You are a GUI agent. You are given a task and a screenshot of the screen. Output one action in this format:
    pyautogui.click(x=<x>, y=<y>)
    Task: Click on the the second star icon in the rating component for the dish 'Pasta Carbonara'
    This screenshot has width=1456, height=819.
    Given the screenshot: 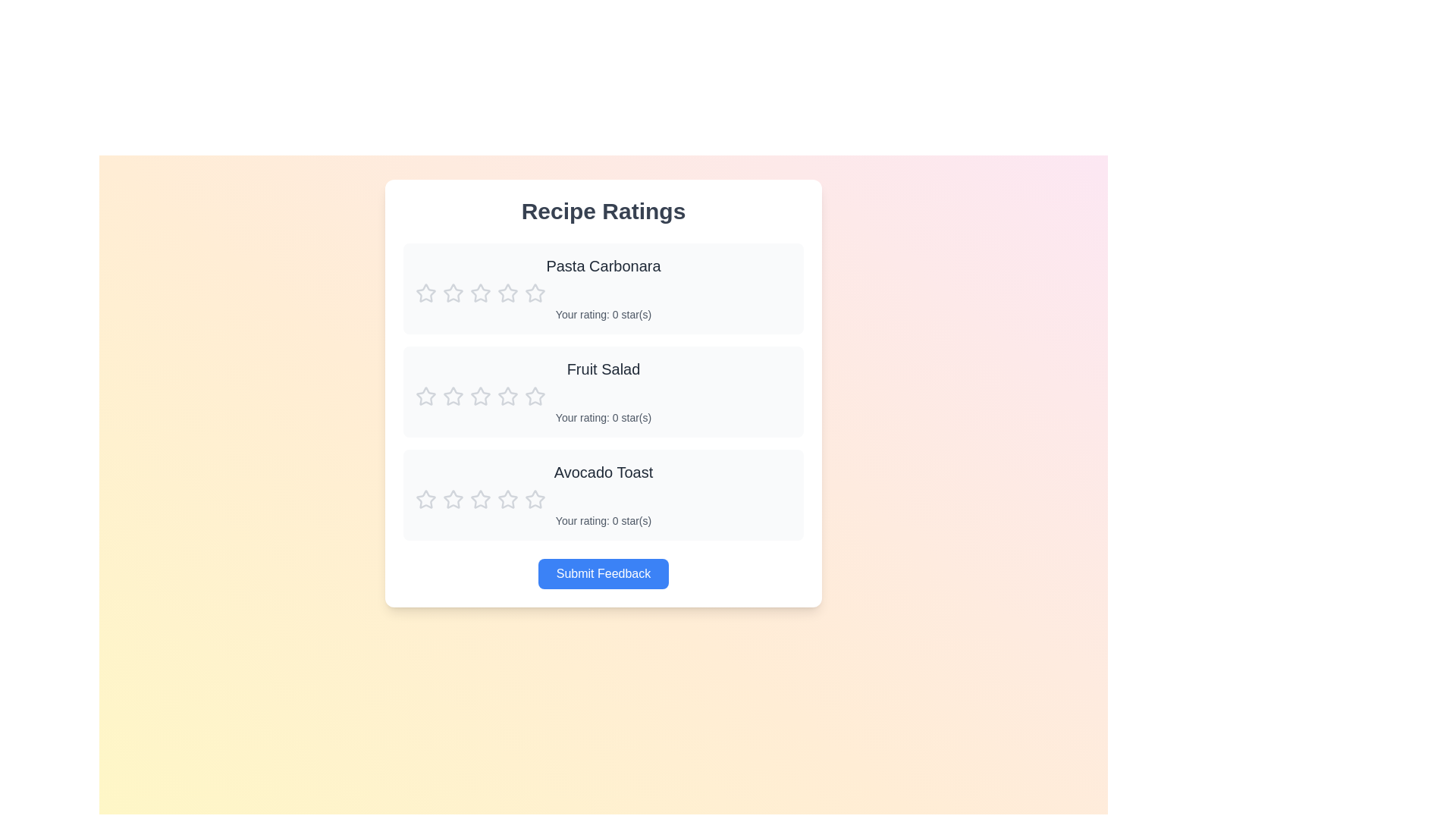 What is the action you would take?
    pyautogui.click(x=535, y=293)
    